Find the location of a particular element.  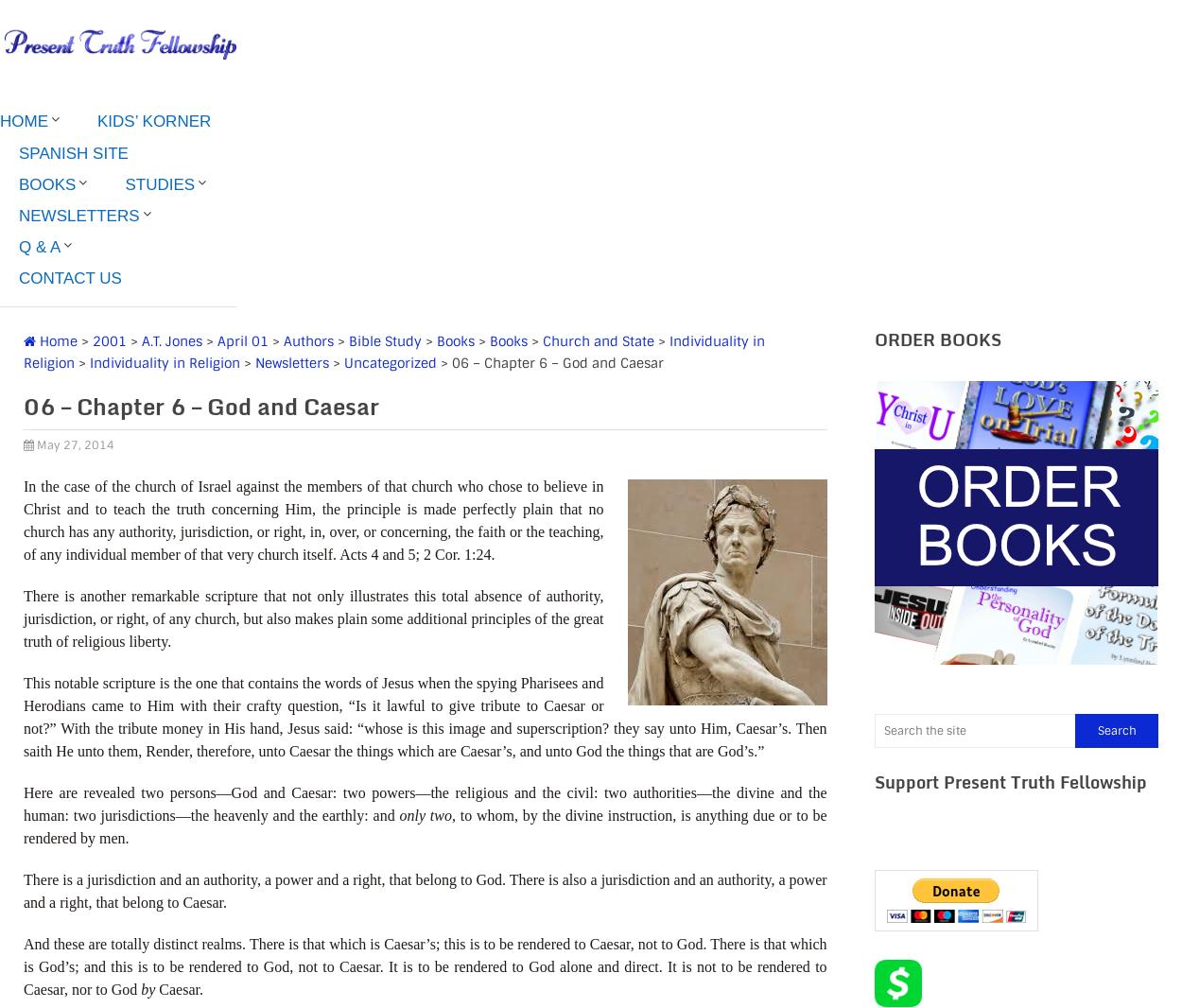

'In the case of the church of Israel against the members of that church who chose to believe in Christ and to teach the truth concerning Him, the principle is made perfectly plain that no church has any authority, jurisdiction, or right, in, over, or concerning, the faith or the teaching, of any individual member of that very church itself. Acts 4 and 5; 2 Cor. 1:24.' is located at coordinates (312, 518).